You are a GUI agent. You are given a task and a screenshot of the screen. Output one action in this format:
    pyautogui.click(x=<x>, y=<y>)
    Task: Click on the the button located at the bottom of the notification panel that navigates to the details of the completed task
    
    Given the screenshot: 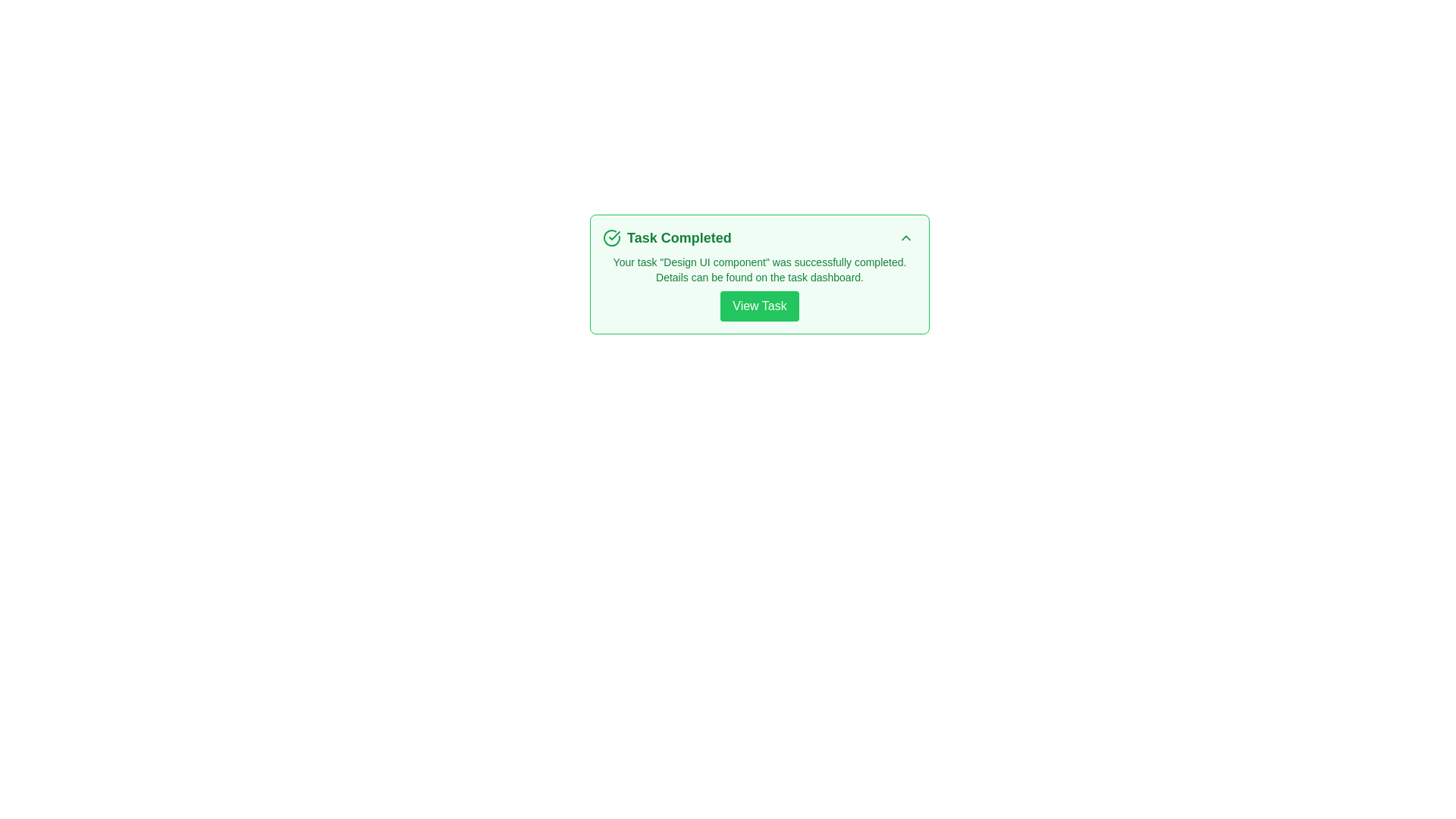 What is the action you would take?
    pyautogui.click(x=760, y=306)
    